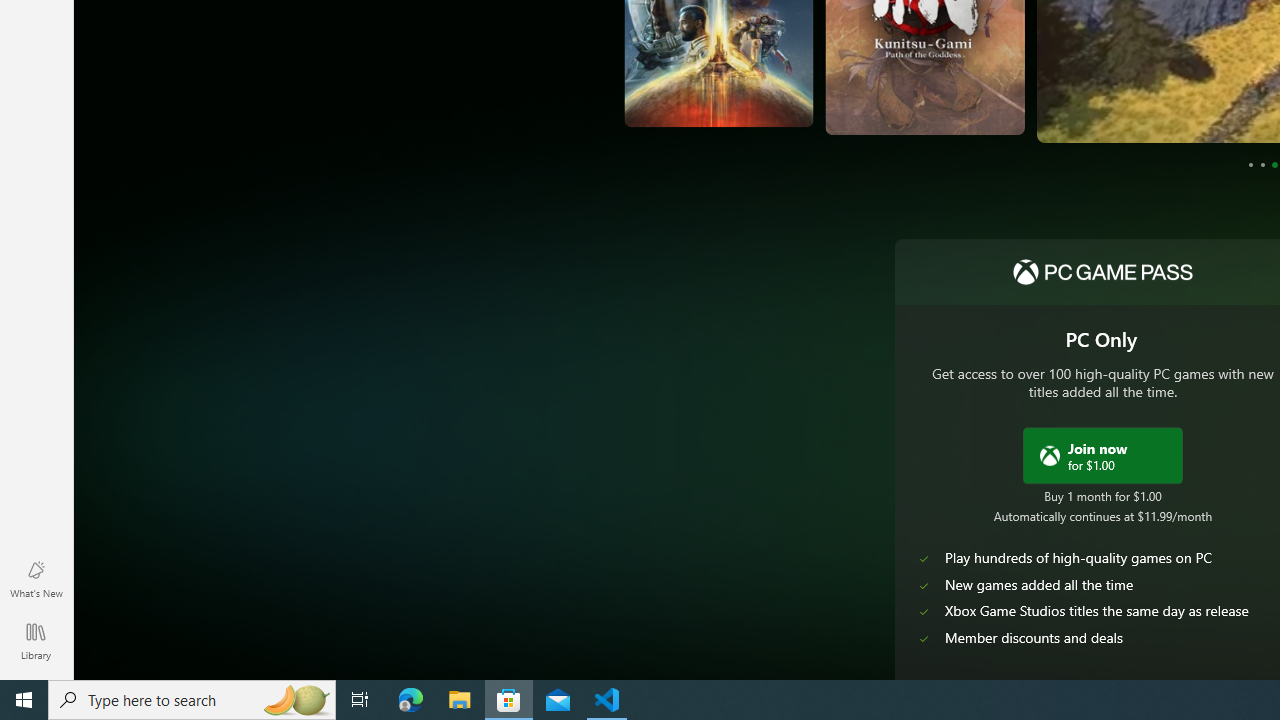  Describe the element at coordinates (1147, 87) in the screenshot. I see `'Dungeons Of Hinterberg'` at that location.